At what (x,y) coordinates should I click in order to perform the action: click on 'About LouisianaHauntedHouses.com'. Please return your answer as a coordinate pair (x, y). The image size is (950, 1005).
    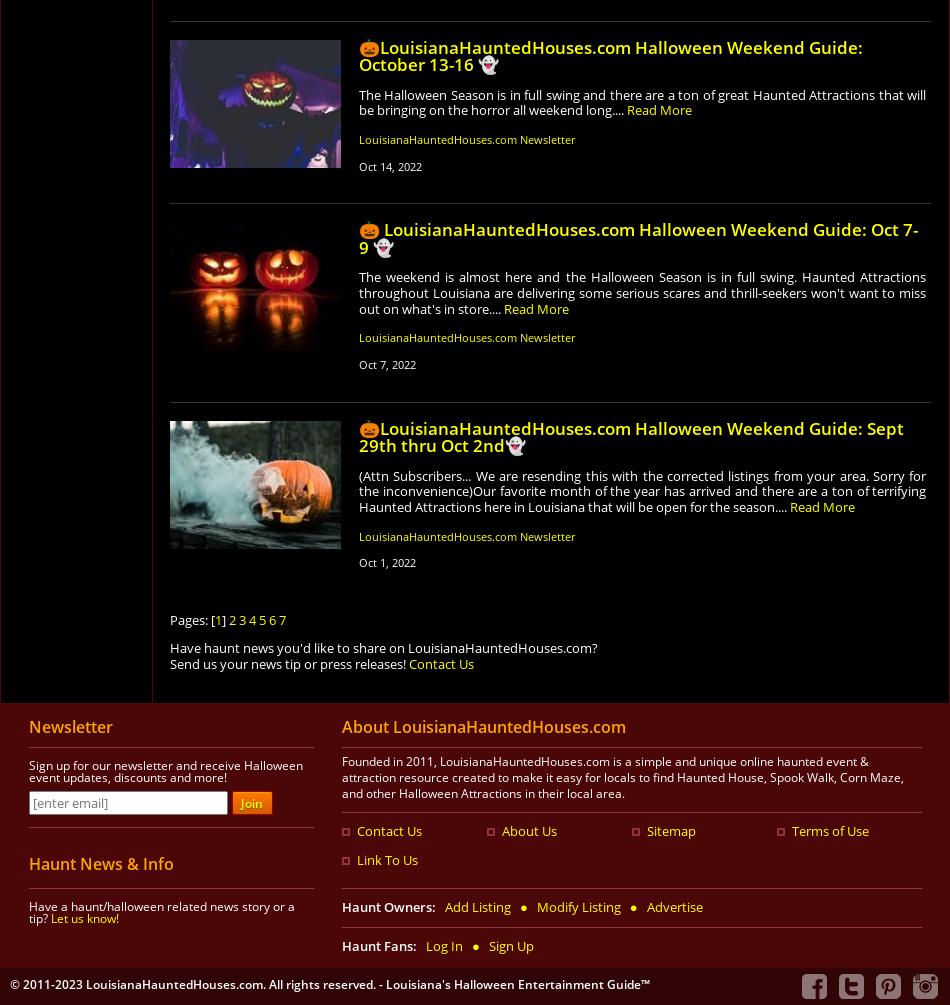
    Looking at the image, I should click on (484, 726).